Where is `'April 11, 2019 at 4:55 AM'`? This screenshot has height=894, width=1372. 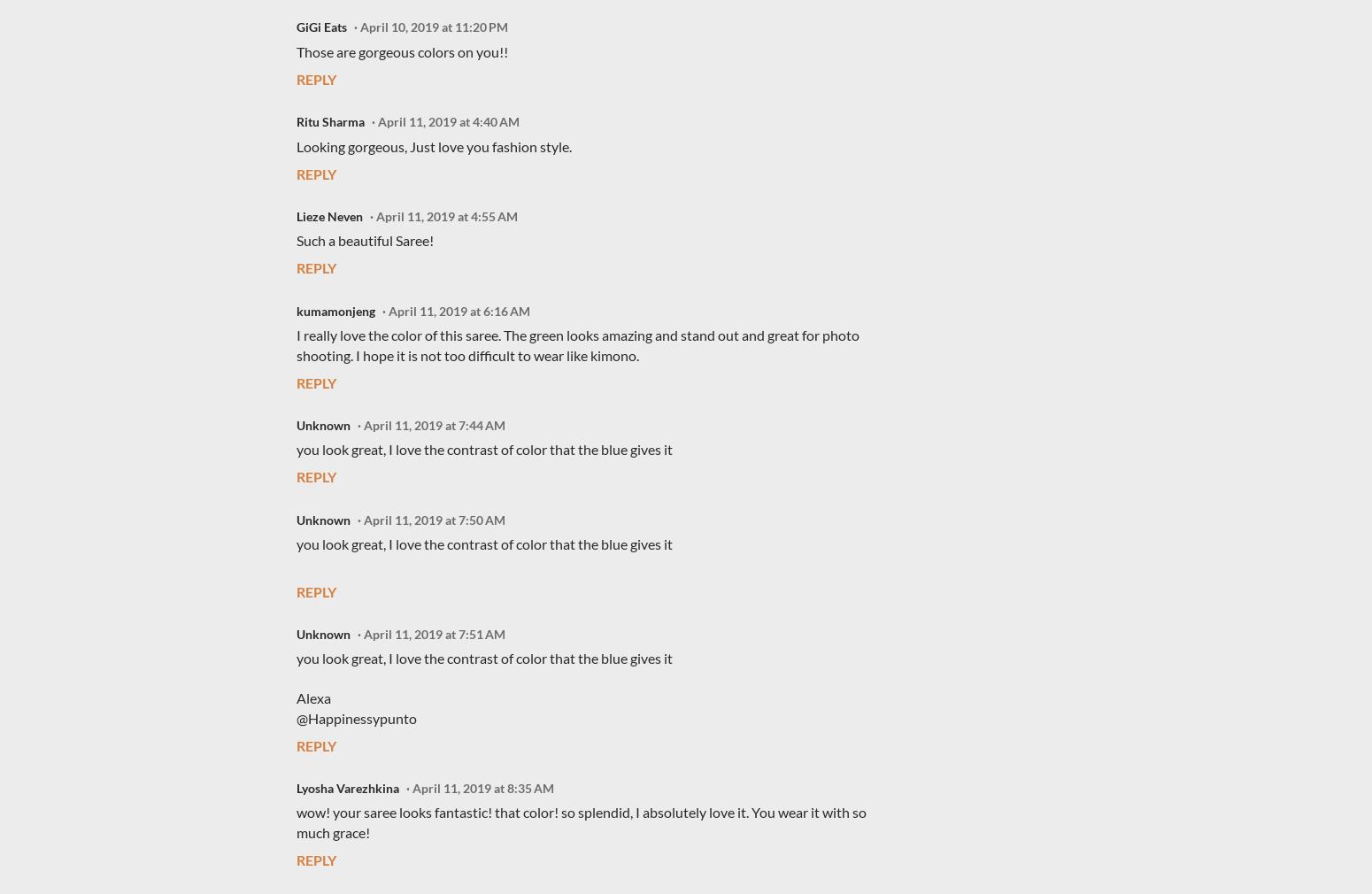 'April 11, 2019 at 4:55 AM' is located at coordinates (445, 215).